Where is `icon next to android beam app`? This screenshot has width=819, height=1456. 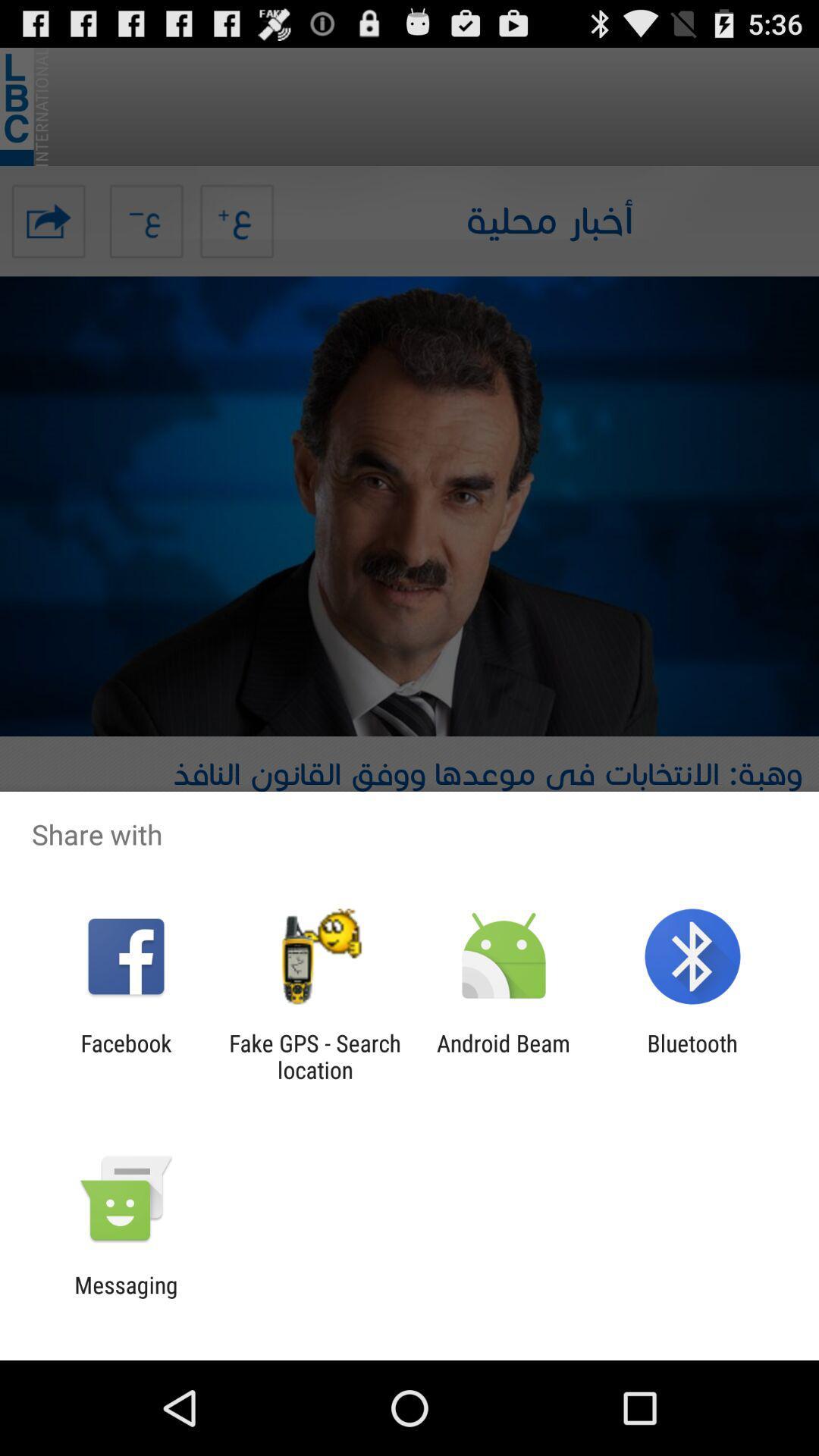
icon next to android beam app is located at coordinates (314, 1056).